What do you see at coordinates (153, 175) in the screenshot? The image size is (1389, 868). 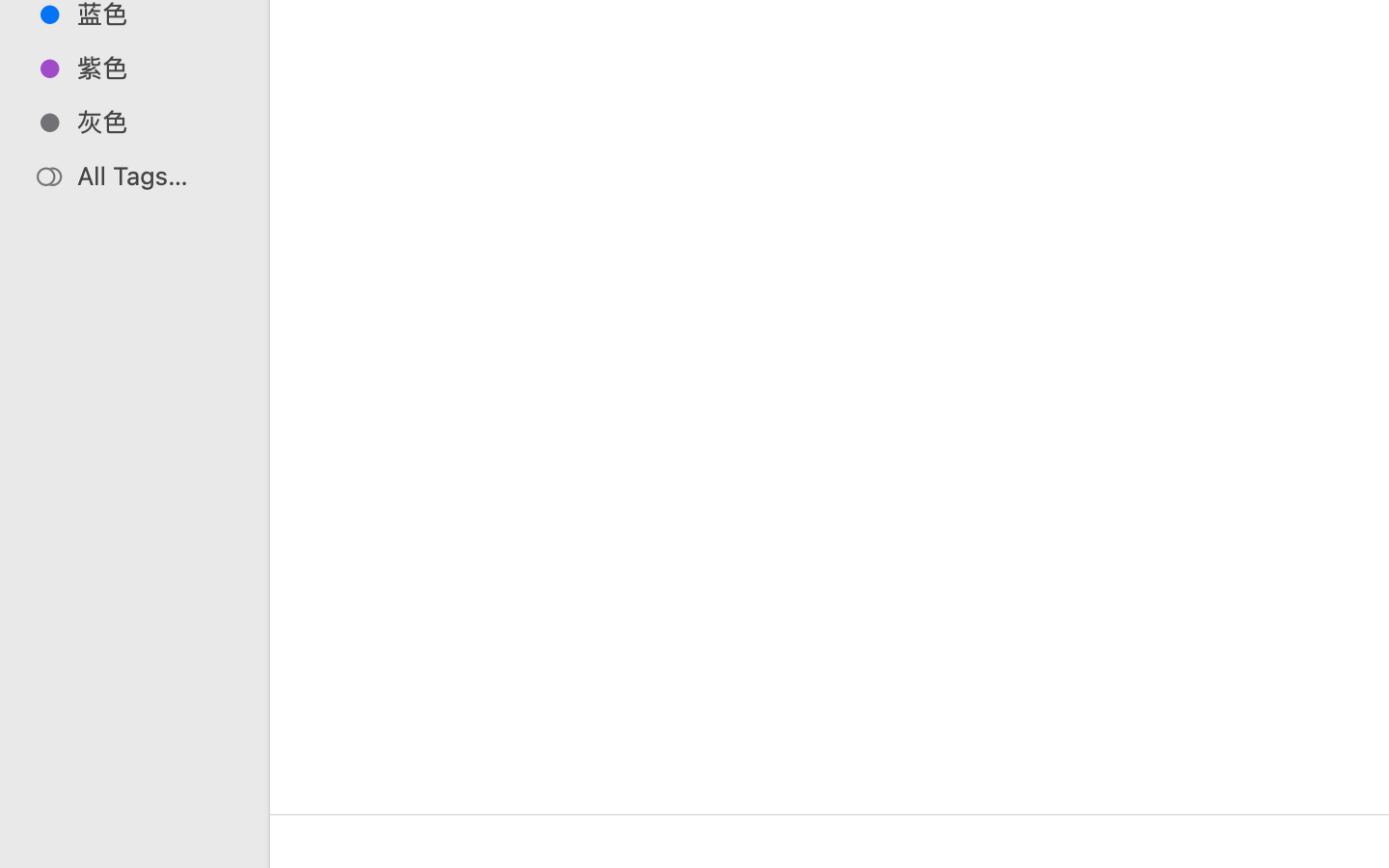 I see `'All Tags…'` at bounding box center [153, 175].